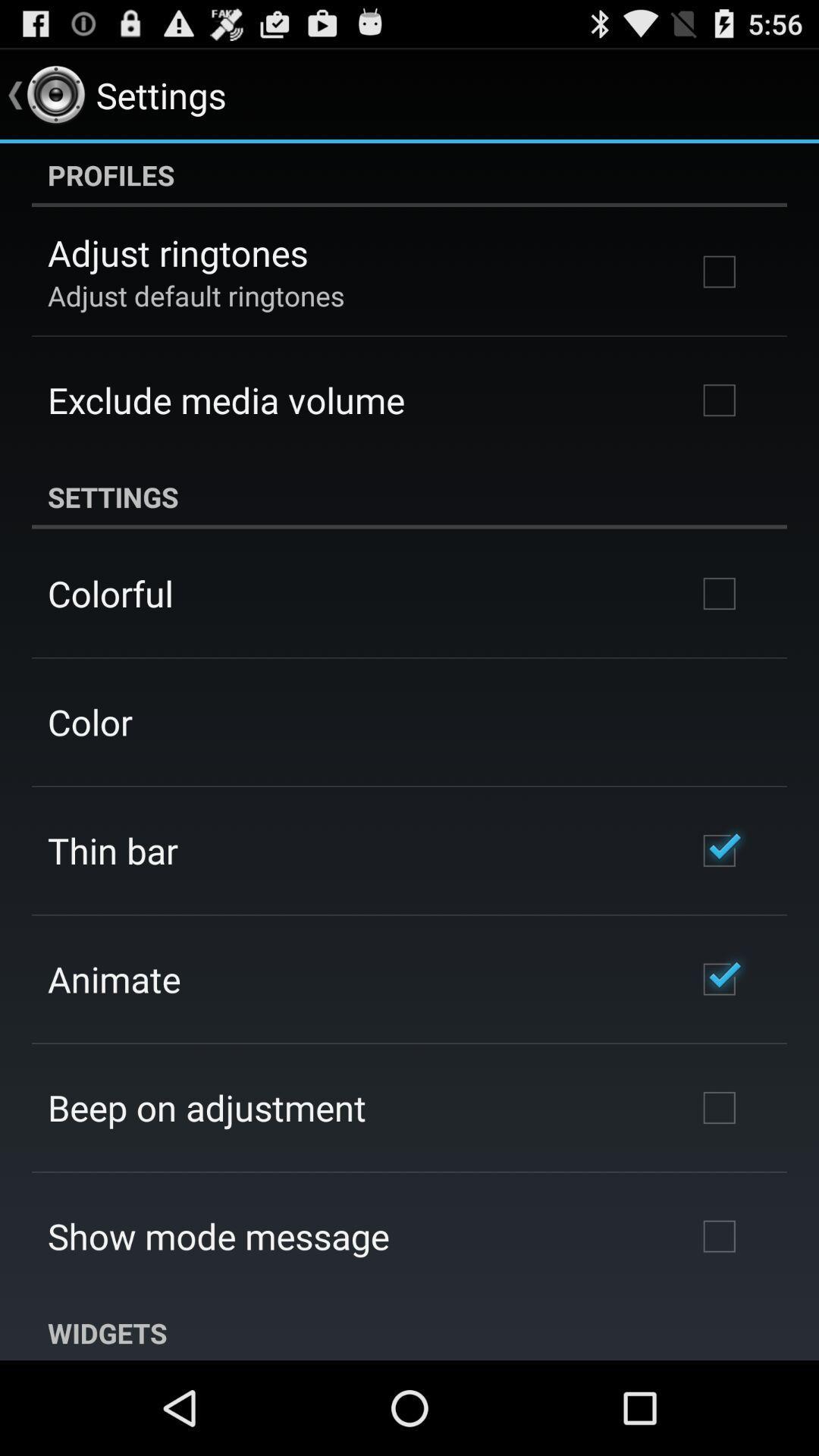 This screenshot has width=819, height=1456. I want to click on app at the top, so click(409, 174).